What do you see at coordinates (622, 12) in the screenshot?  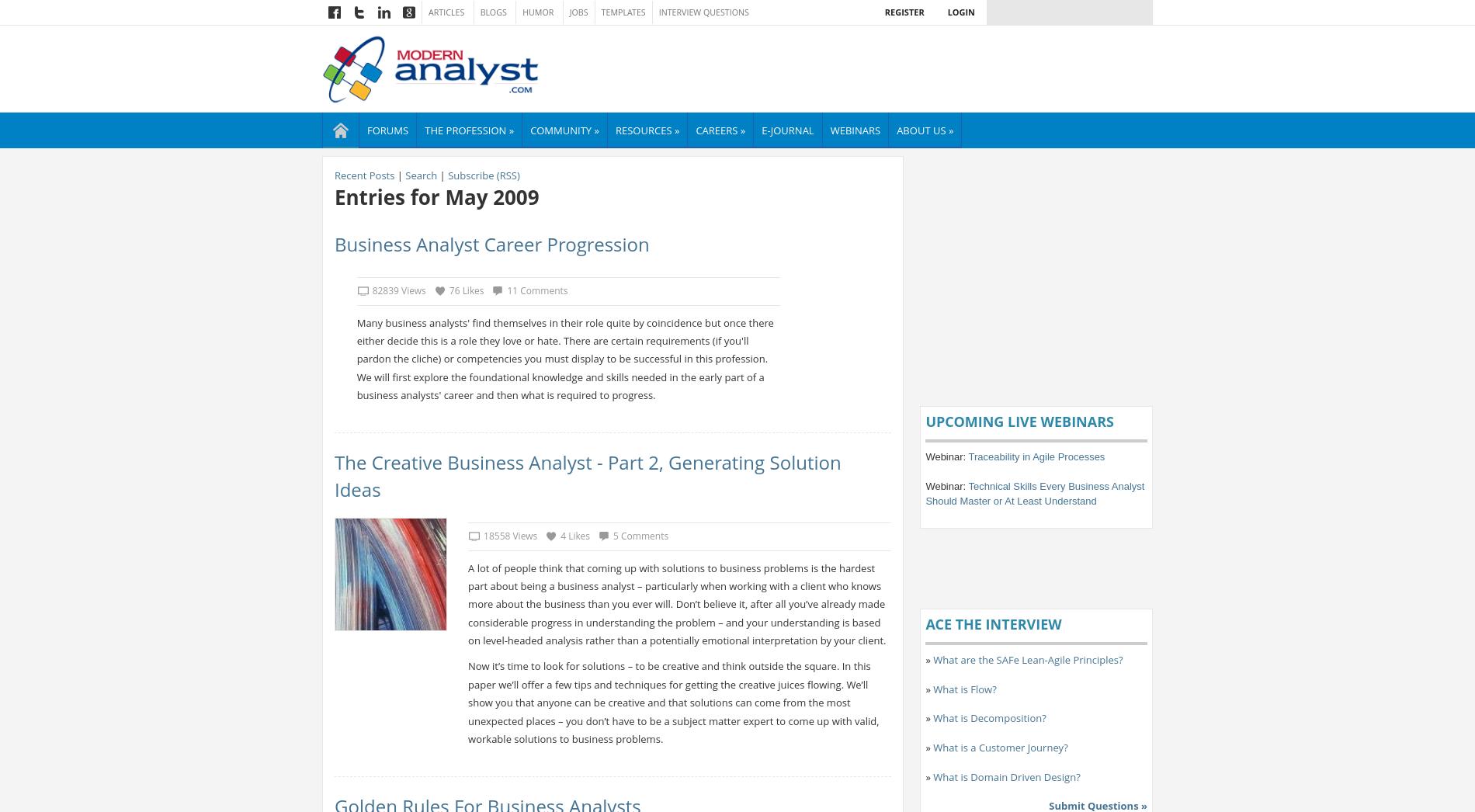 I see `'Templates'` at bounding box center [622, 12].